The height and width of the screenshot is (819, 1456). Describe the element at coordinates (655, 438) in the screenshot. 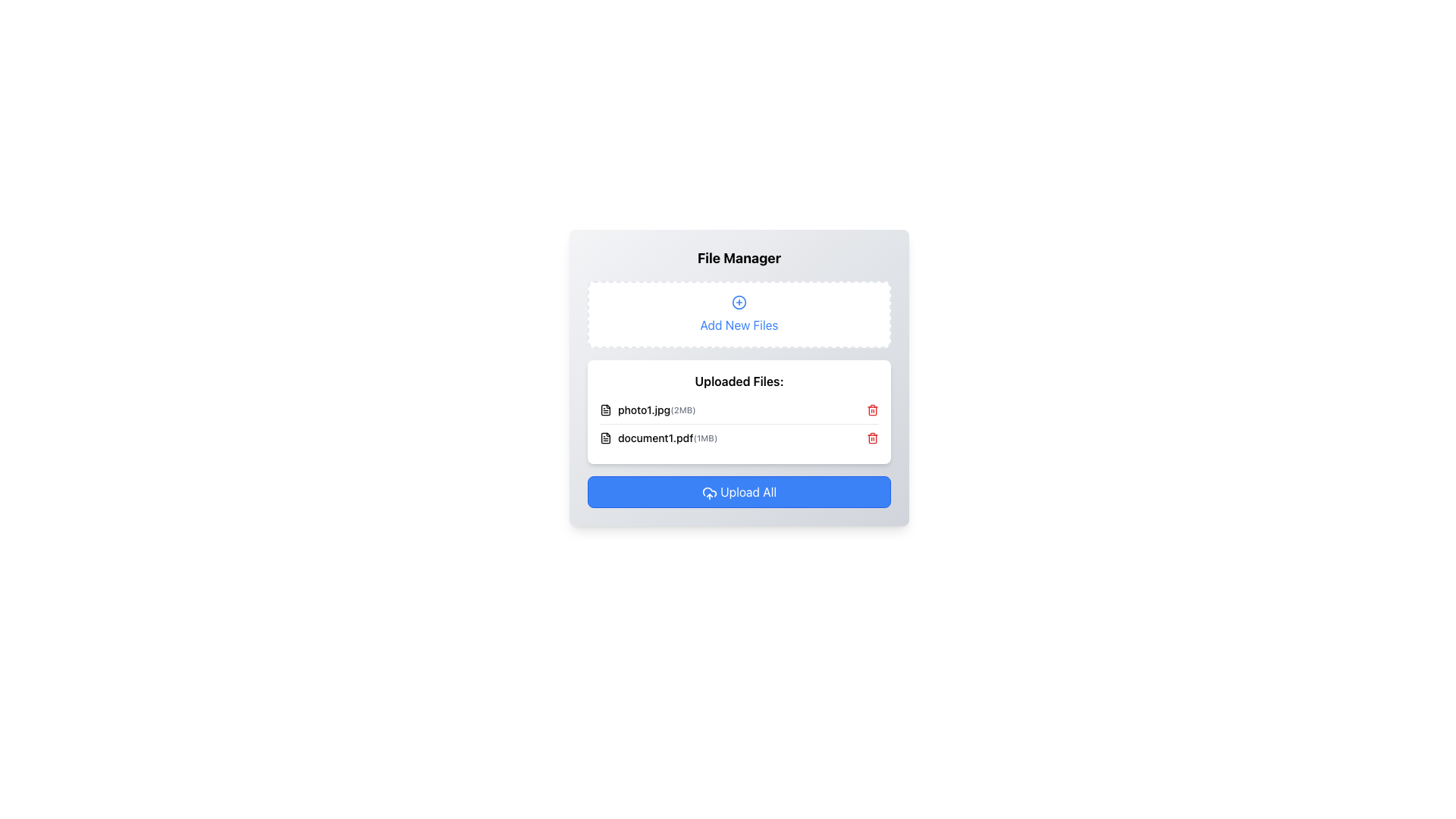

I see `the text label displaying the filename of the uploaded file, which is located under the first file entry named 'photo1.jpg'` at that location.